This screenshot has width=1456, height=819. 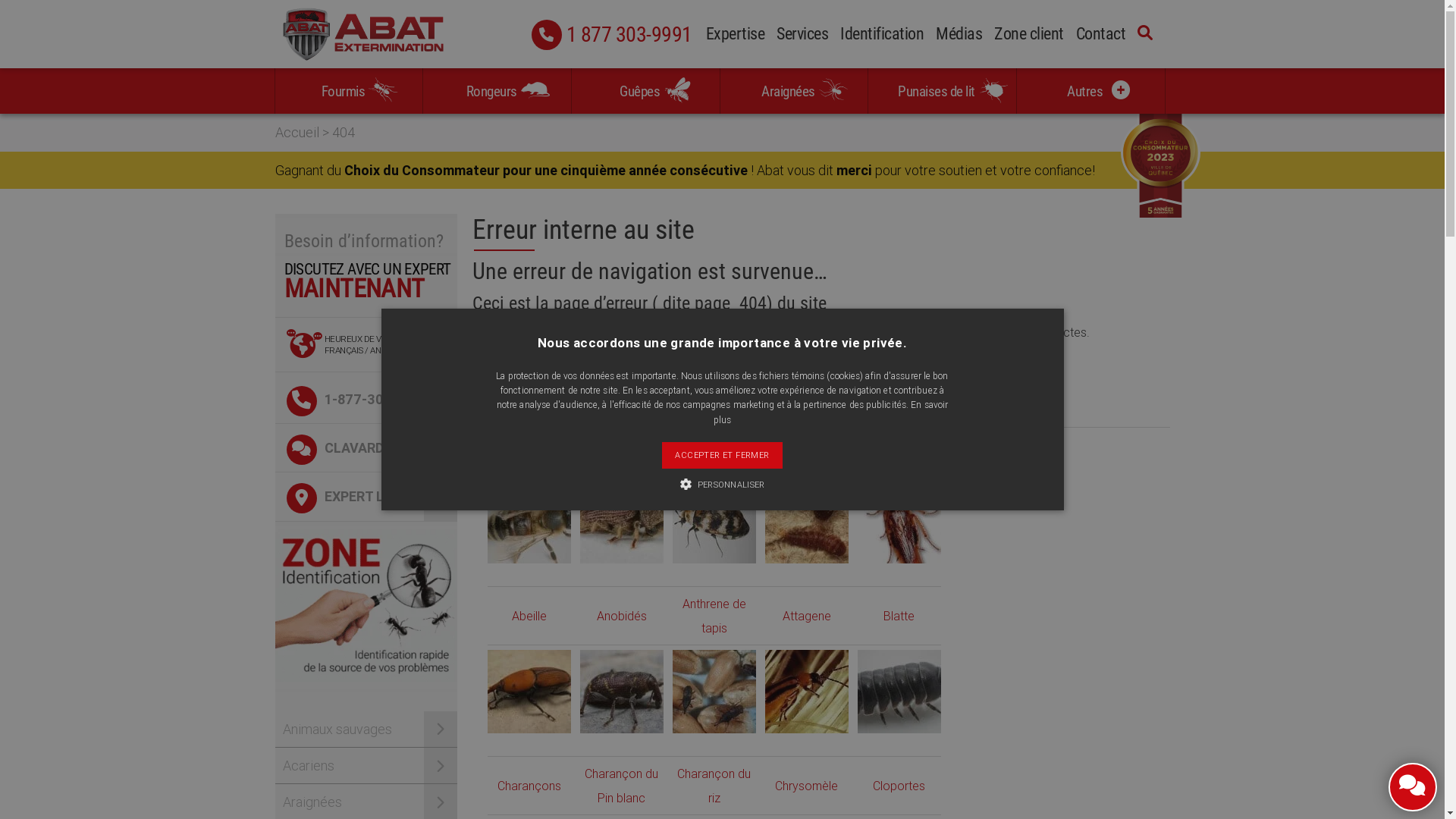 What do you see at coordinates (856, 691) in the screenshot?
I see `'cloportes'` at bounding box center [856, 691].